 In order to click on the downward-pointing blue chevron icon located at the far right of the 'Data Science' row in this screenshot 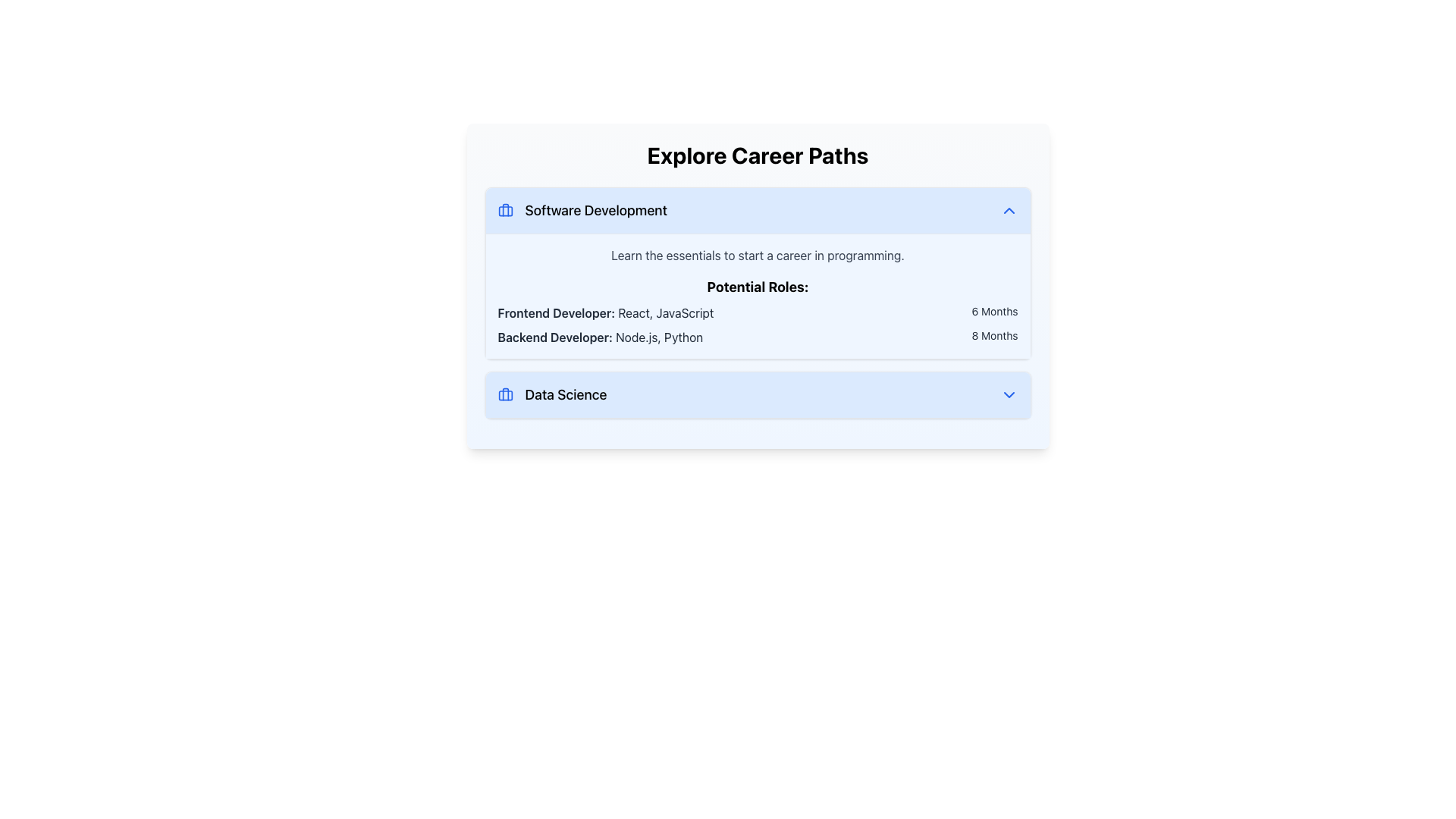, I will do `click(1009, 394)`.